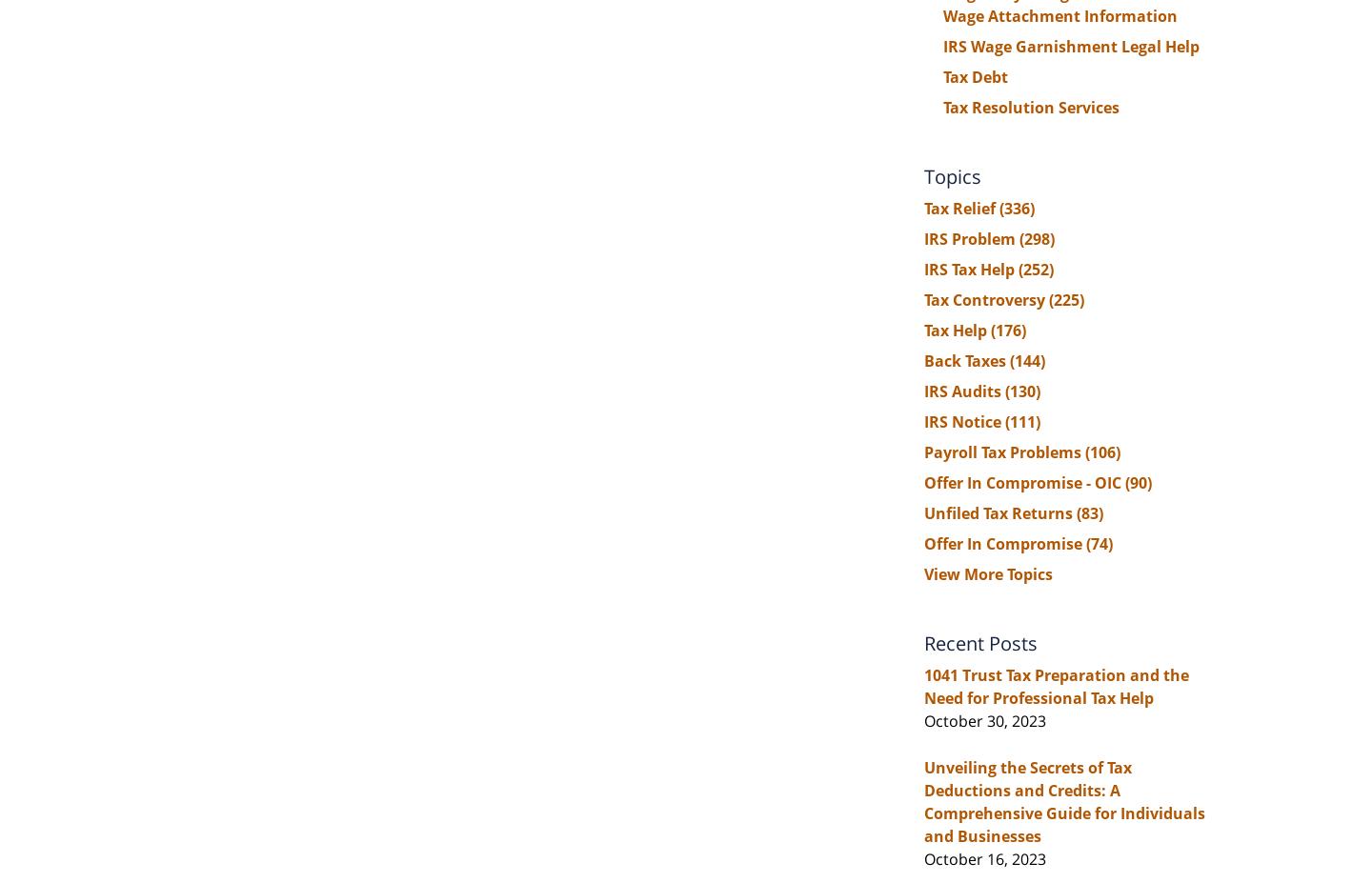  Describe the element at coordinates (1102, 451) in the screenshot. I see `'(106)'` at that location.